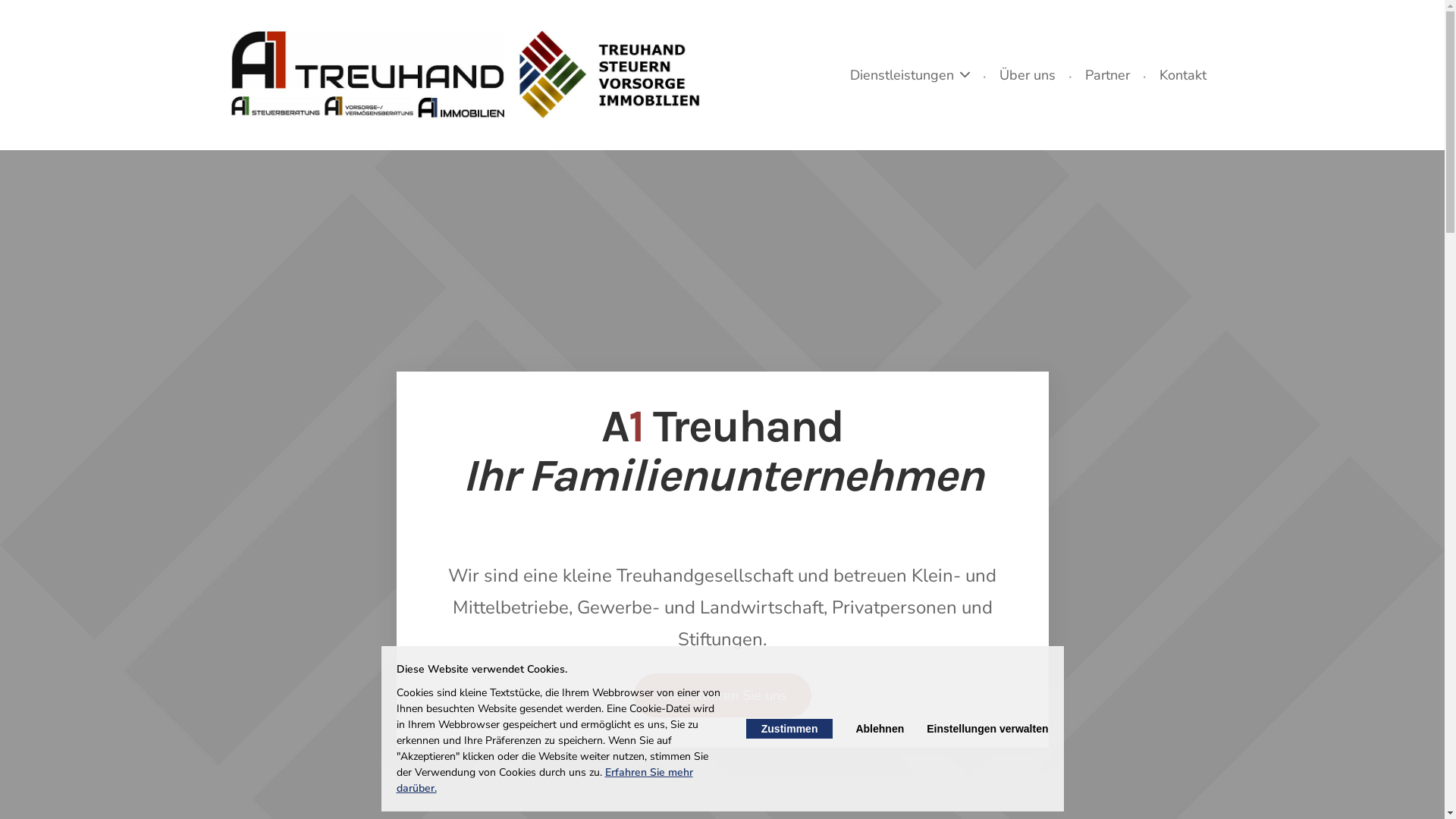 Image resolution: width=1456 pixels, height=819 pixels. What do you see at coordinates (1075, 75) in the screenshot?
I see `'Partner'` at bounding box center [1075, 75].